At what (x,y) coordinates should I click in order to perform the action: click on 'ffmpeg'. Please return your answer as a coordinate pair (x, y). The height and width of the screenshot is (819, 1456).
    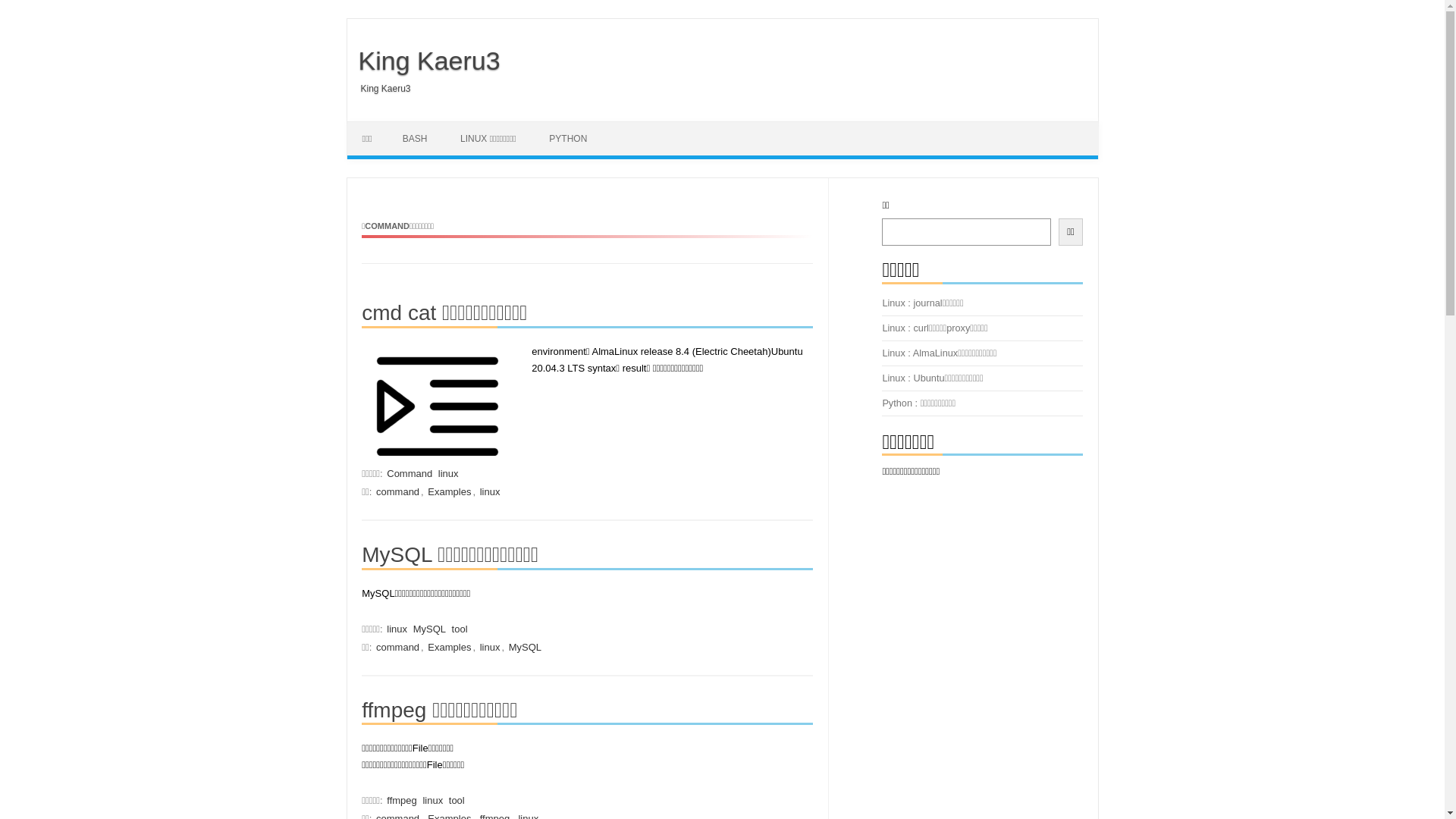
    Looking at the image, I should click on (401, 799).